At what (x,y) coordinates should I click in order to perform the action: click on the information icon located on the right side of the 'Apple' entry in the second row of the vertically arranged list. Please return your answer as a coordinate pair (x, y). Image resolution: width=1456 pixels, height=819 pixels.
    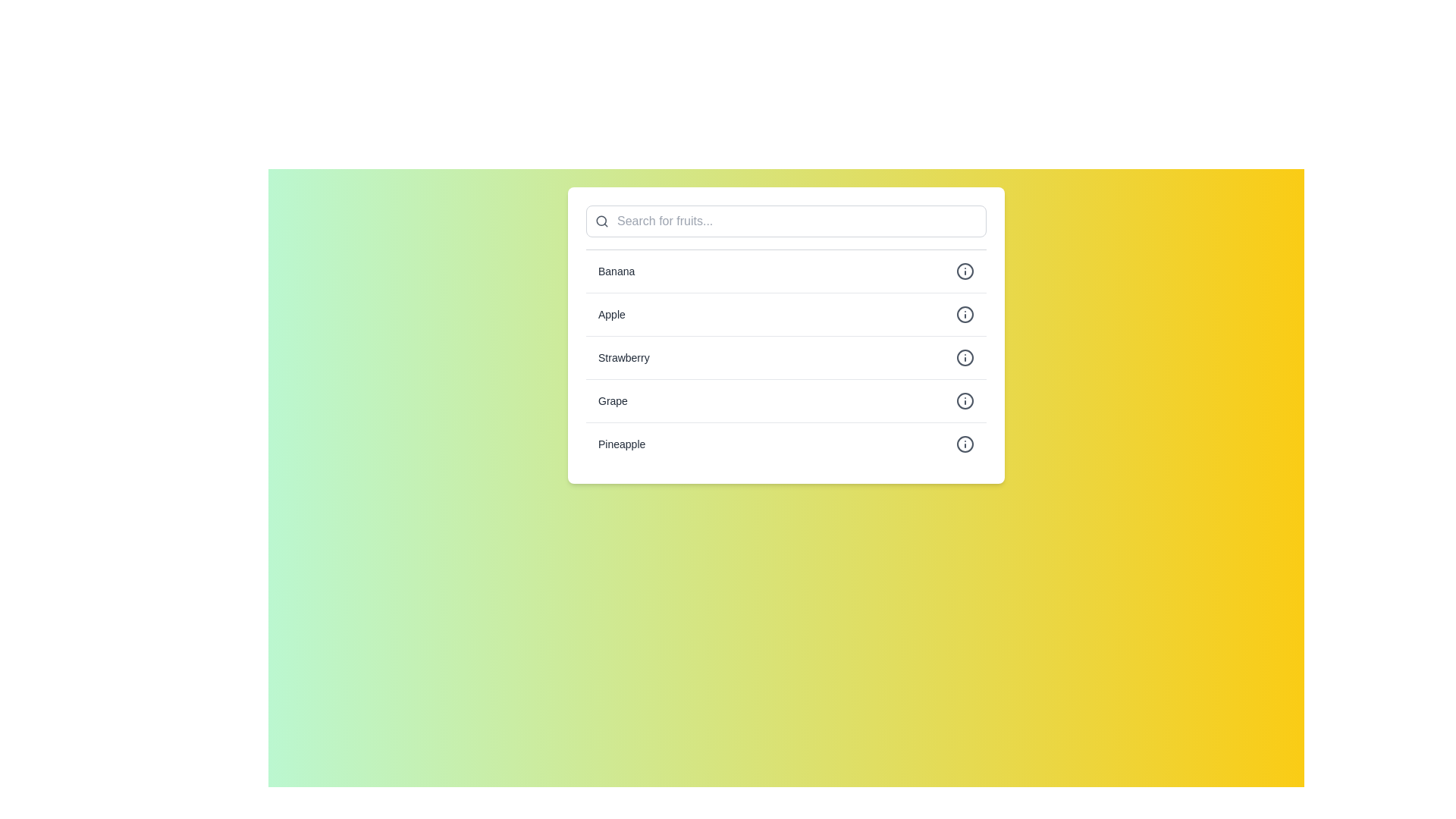
    Looking at the image, I should click on (964, 314).